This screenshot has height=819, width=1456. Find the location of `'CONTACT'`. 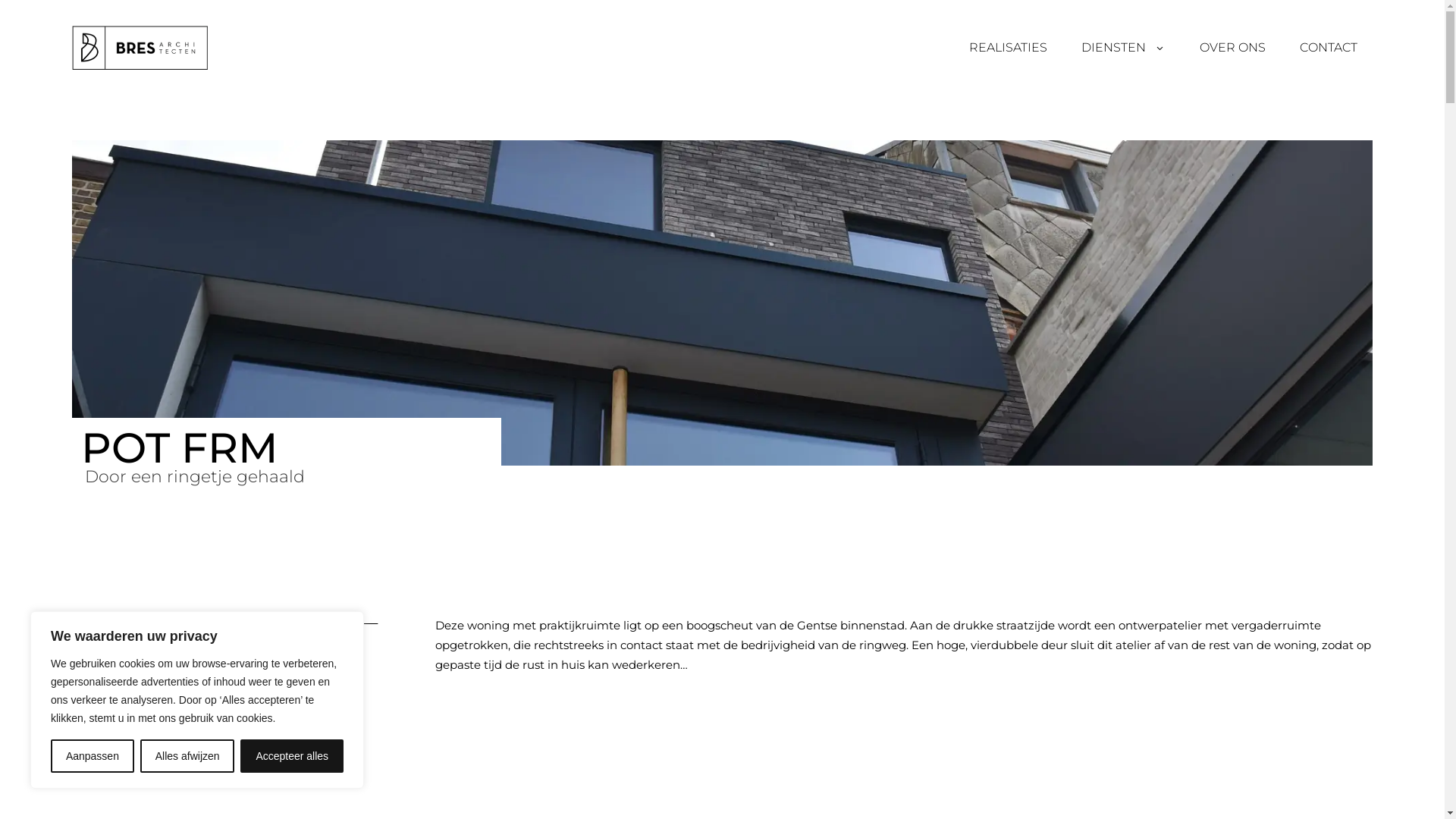

'CONTACT' is located at coordinates (1328, 46).